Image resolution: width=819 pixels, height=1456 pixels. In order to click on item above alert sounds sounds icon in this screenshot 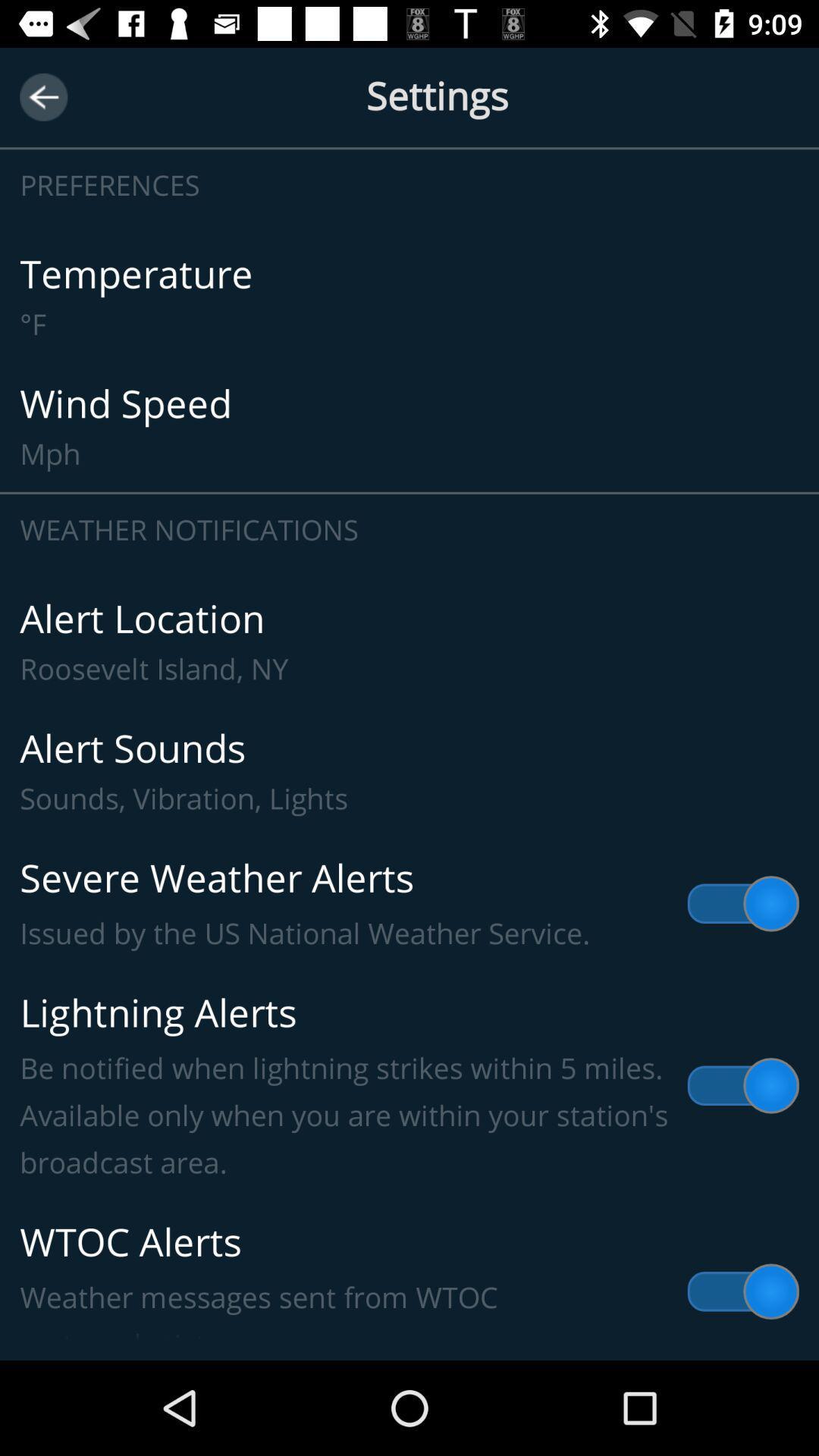, I will do `click(409, 642)`.